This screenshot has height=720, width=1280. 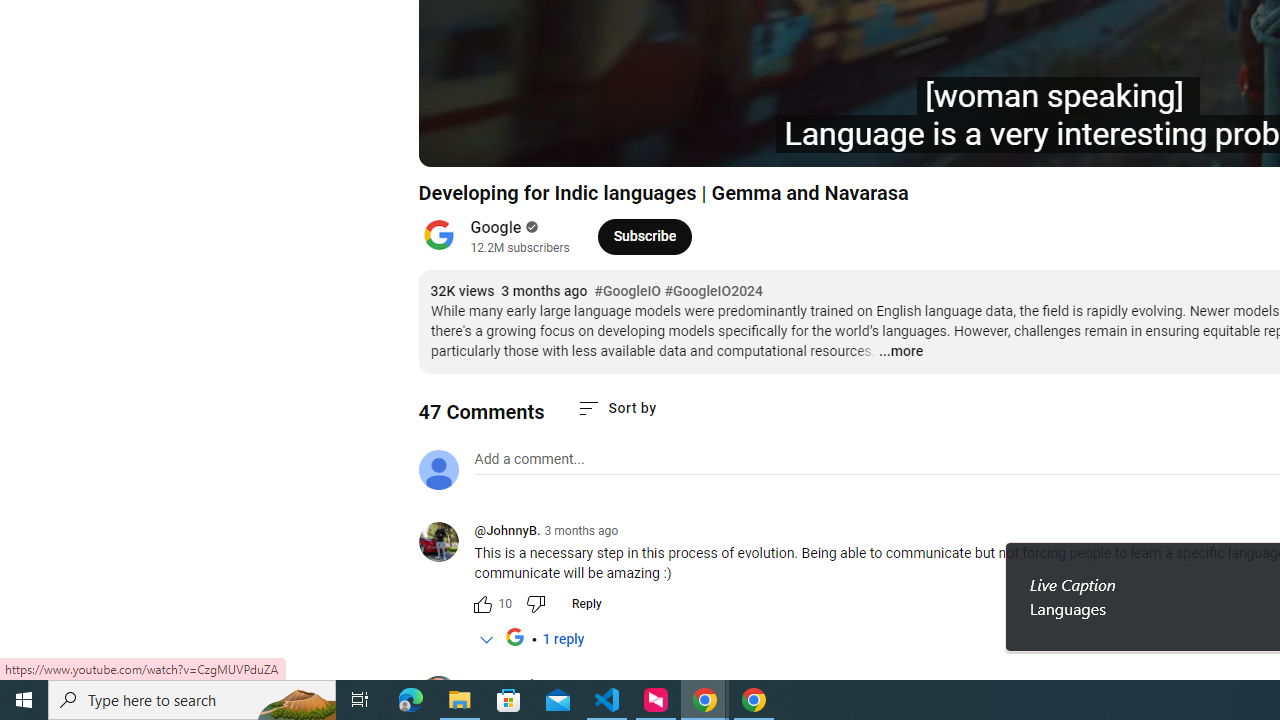 I want to click on 'Reply', so click(x=585, y=603).